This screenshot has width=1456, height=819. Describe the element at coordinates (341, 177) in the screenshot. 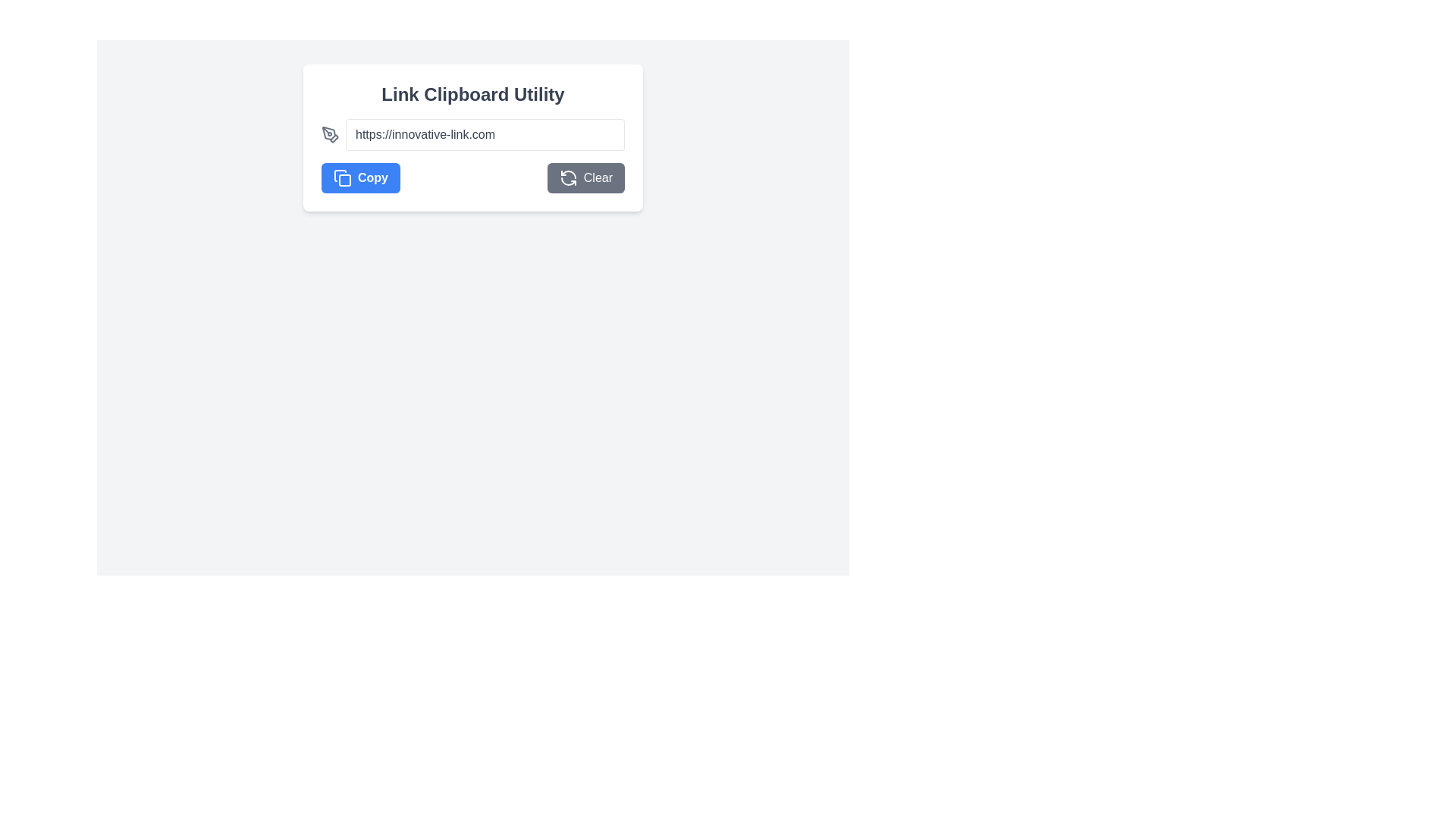

I see `the Copy icon located within the Copy button on the left side of the utility panel` at that location.